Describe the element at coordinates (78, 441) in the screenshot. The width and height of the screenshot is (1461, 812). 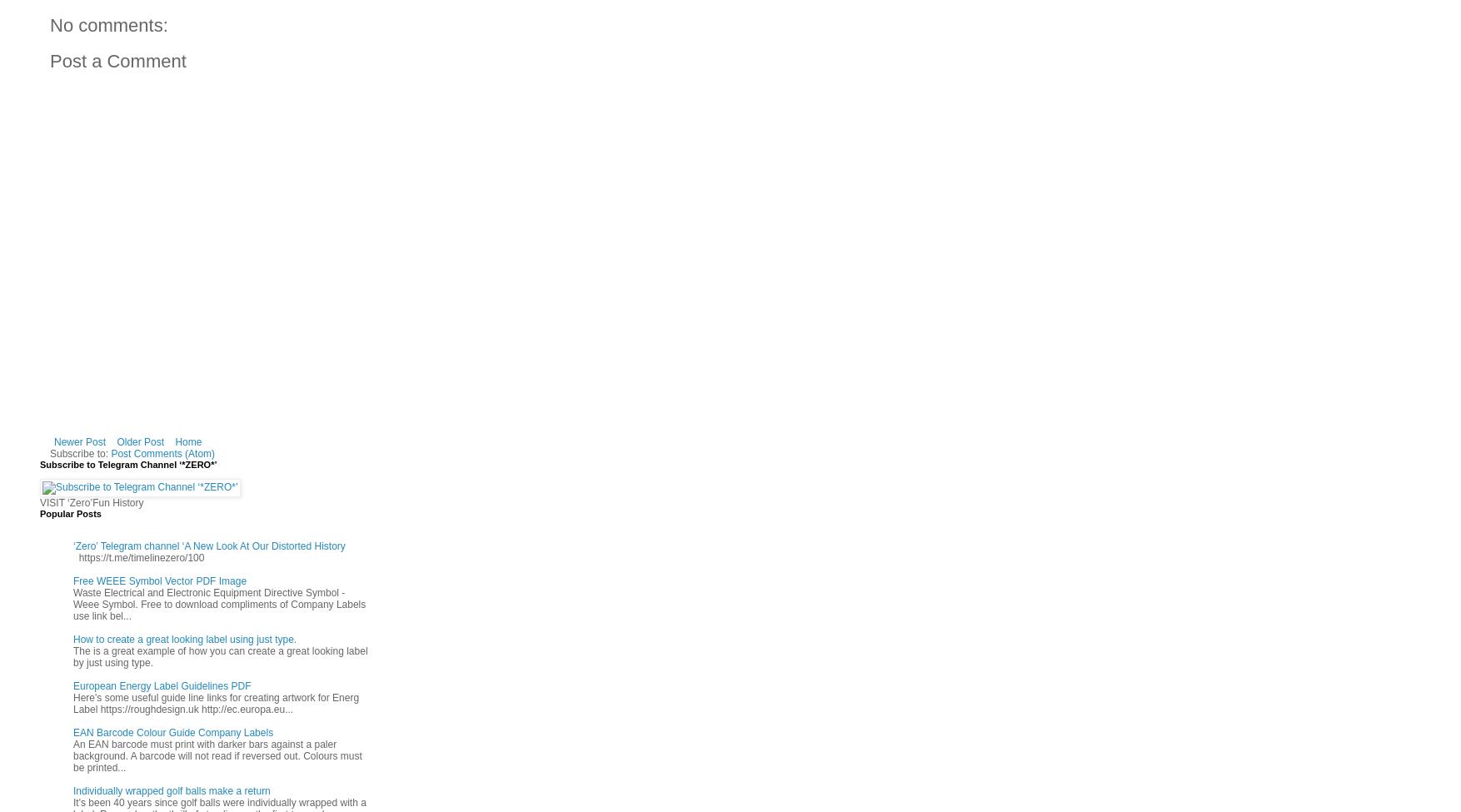
I see `'Newer Post'` at that location.